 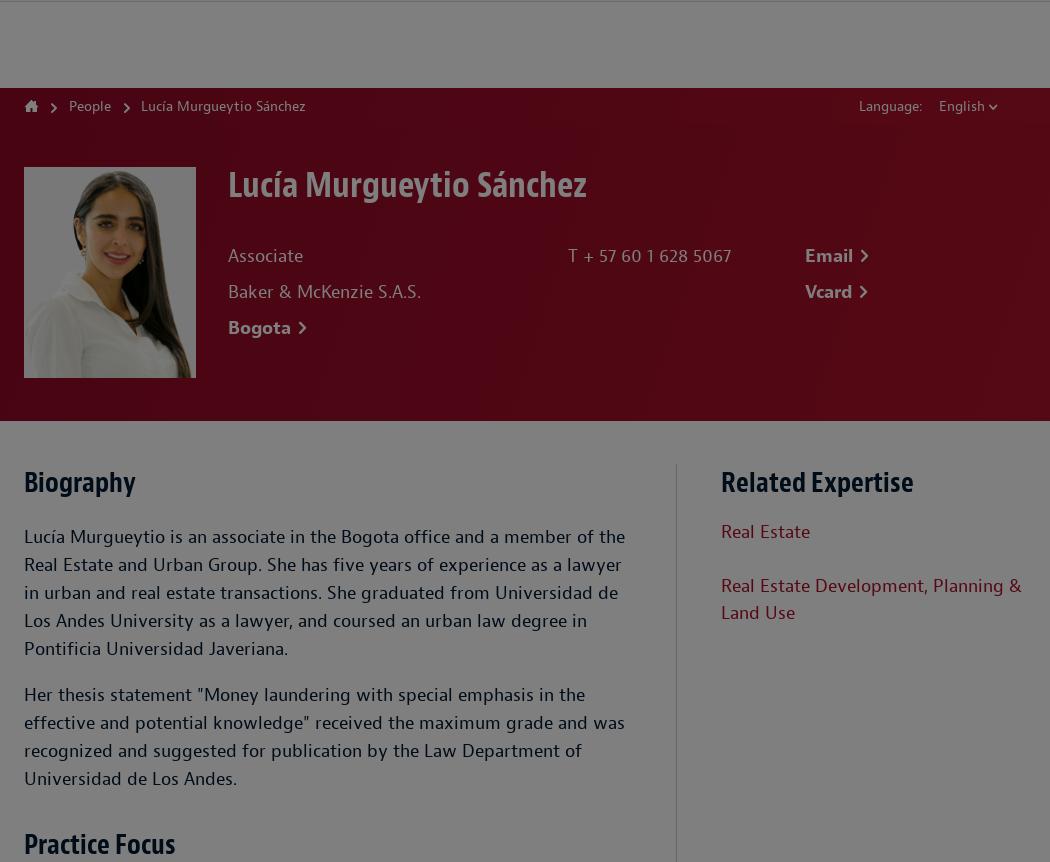 What do you see at coordinates (870, 600) in the screenshot?
I see `'Real Estate Development, Planning & Land Use'` at bounding box center [870, 600].